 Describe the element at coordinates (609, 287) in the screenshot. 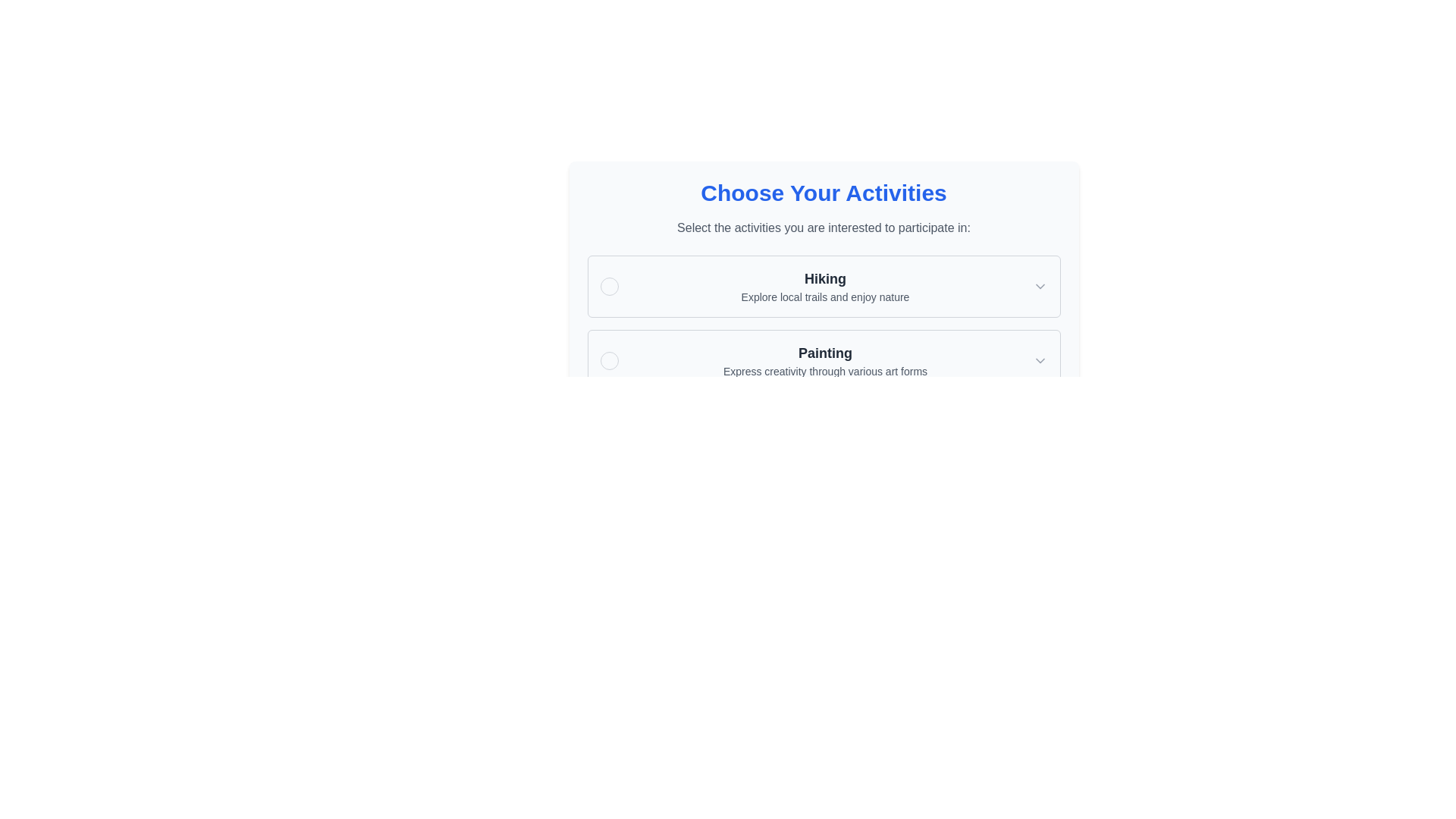

I see `the empty circular radio button located at the top-left corner of the 'Hiking' activity selection option` at that location.